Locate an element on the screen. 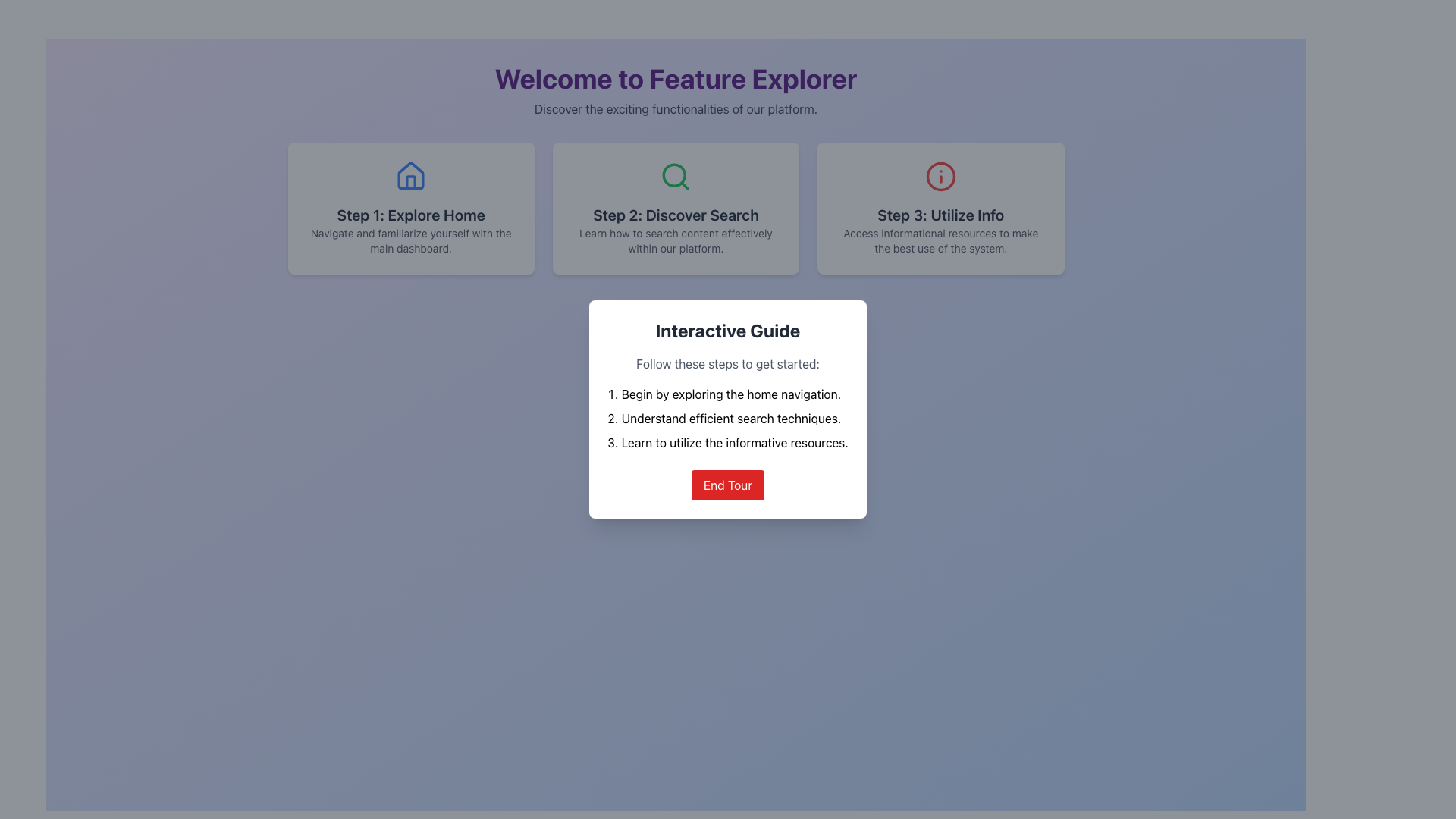  introductory text label located directly below the header 'Welcome to Feature Explorer' in the upper section of the interface is located at coordinates (675, 108).